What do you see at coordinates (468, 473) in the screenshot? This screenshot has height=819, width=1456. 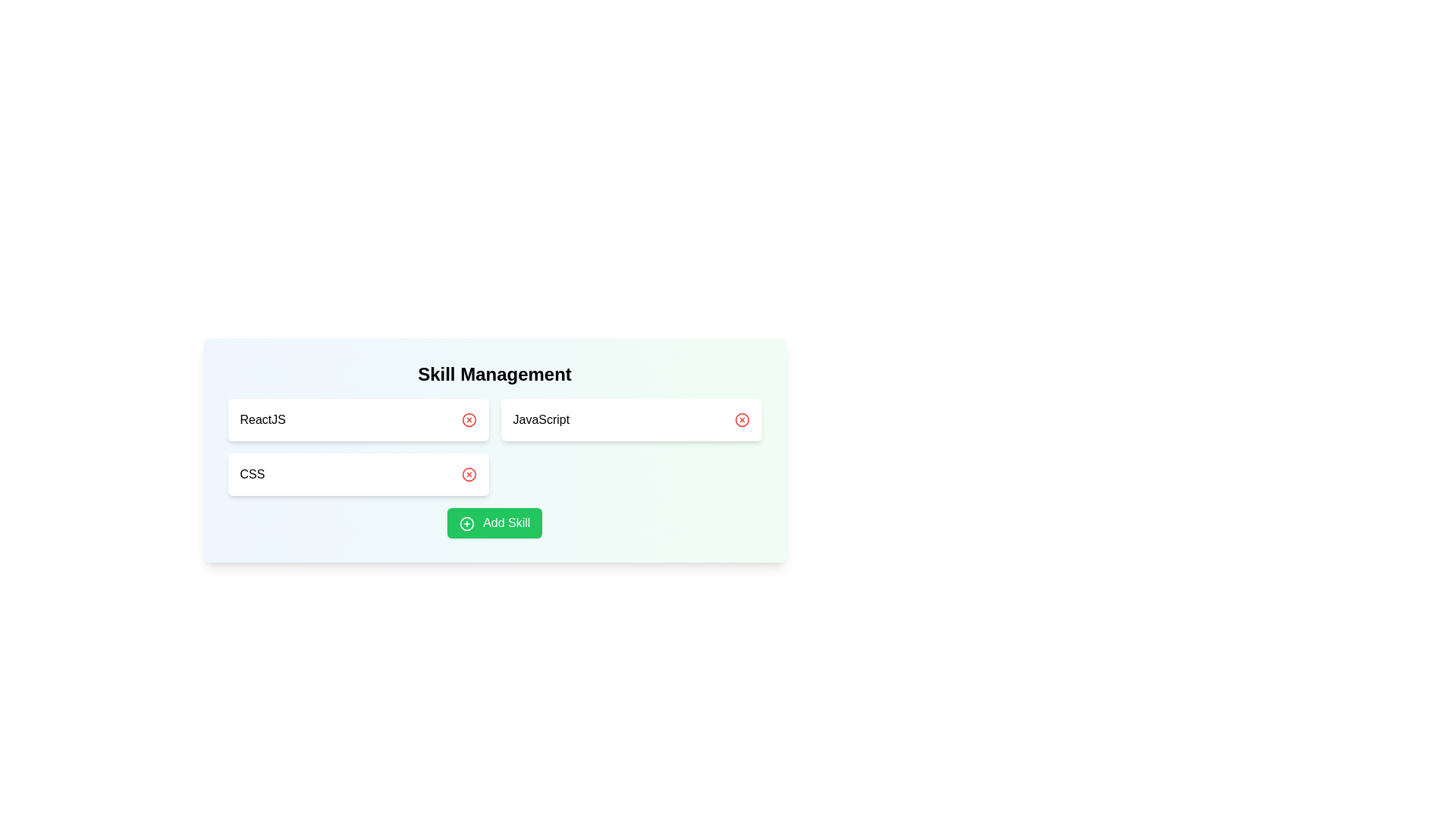 I see `red 'X' button next to CSS to remove it` at bounding box center [468, 473].